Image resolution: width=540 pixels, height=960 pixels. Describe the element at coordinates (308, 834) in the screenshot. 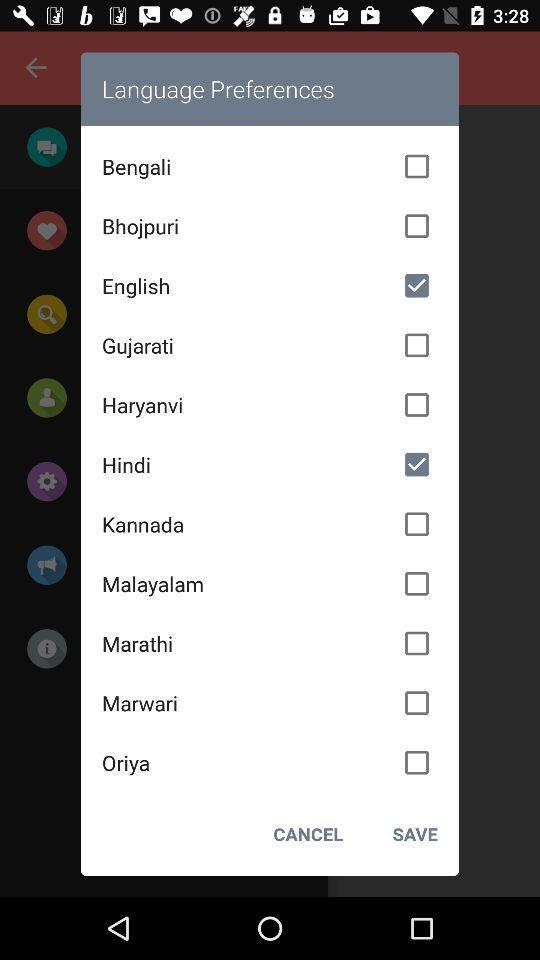

I see `the icon to the left of the save` at that location.